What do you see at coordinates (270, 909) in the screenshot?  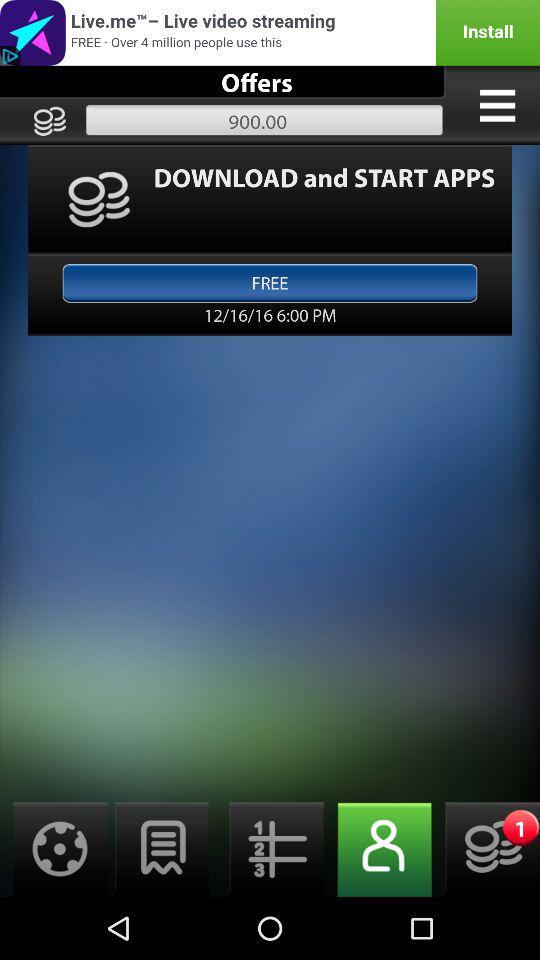 I see `the list icon` at bounding box center [270, 909].